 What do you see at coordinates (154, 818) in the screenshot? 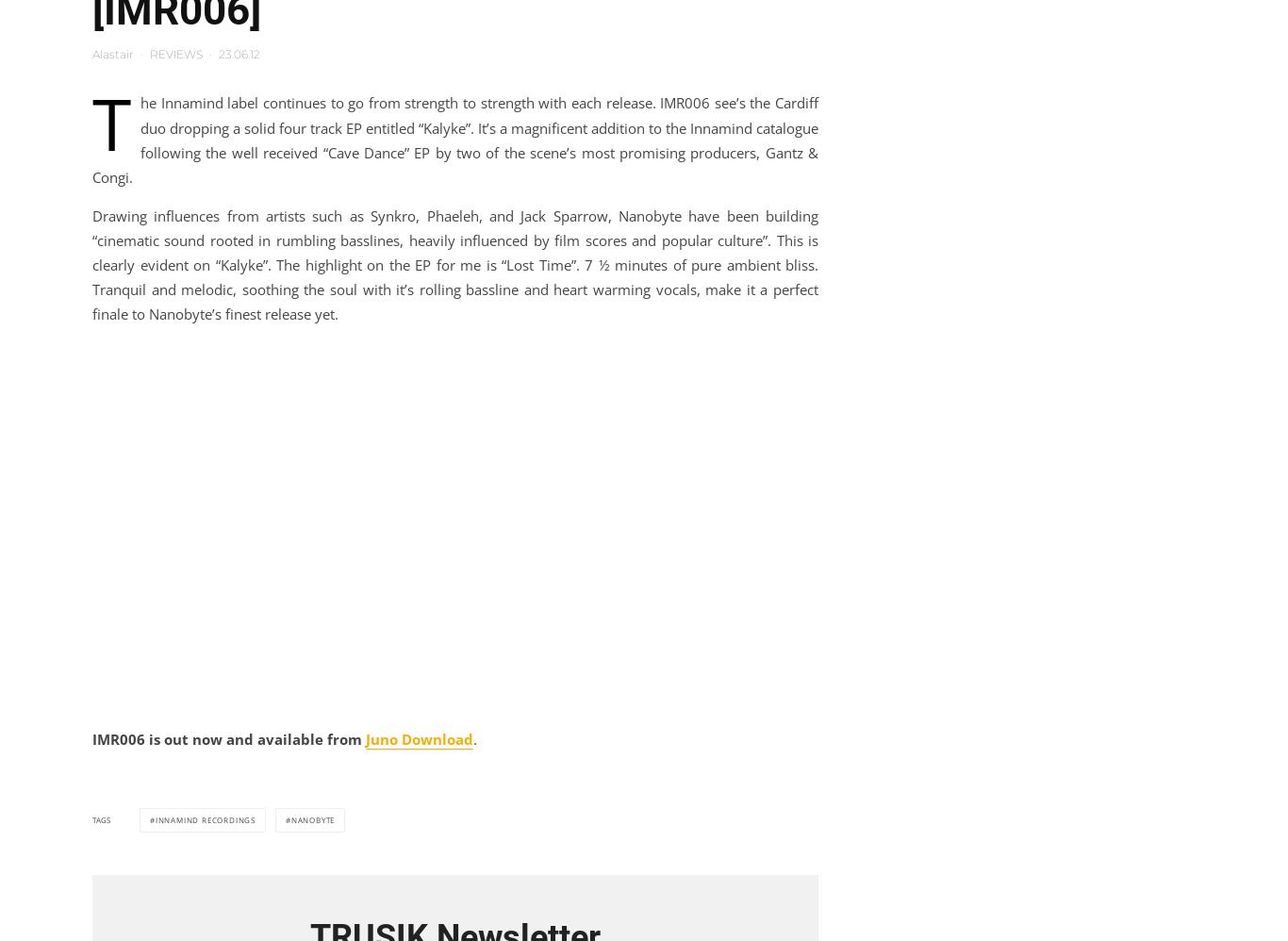
I see `'innamind recordings'` at bounding box center [154, 818].